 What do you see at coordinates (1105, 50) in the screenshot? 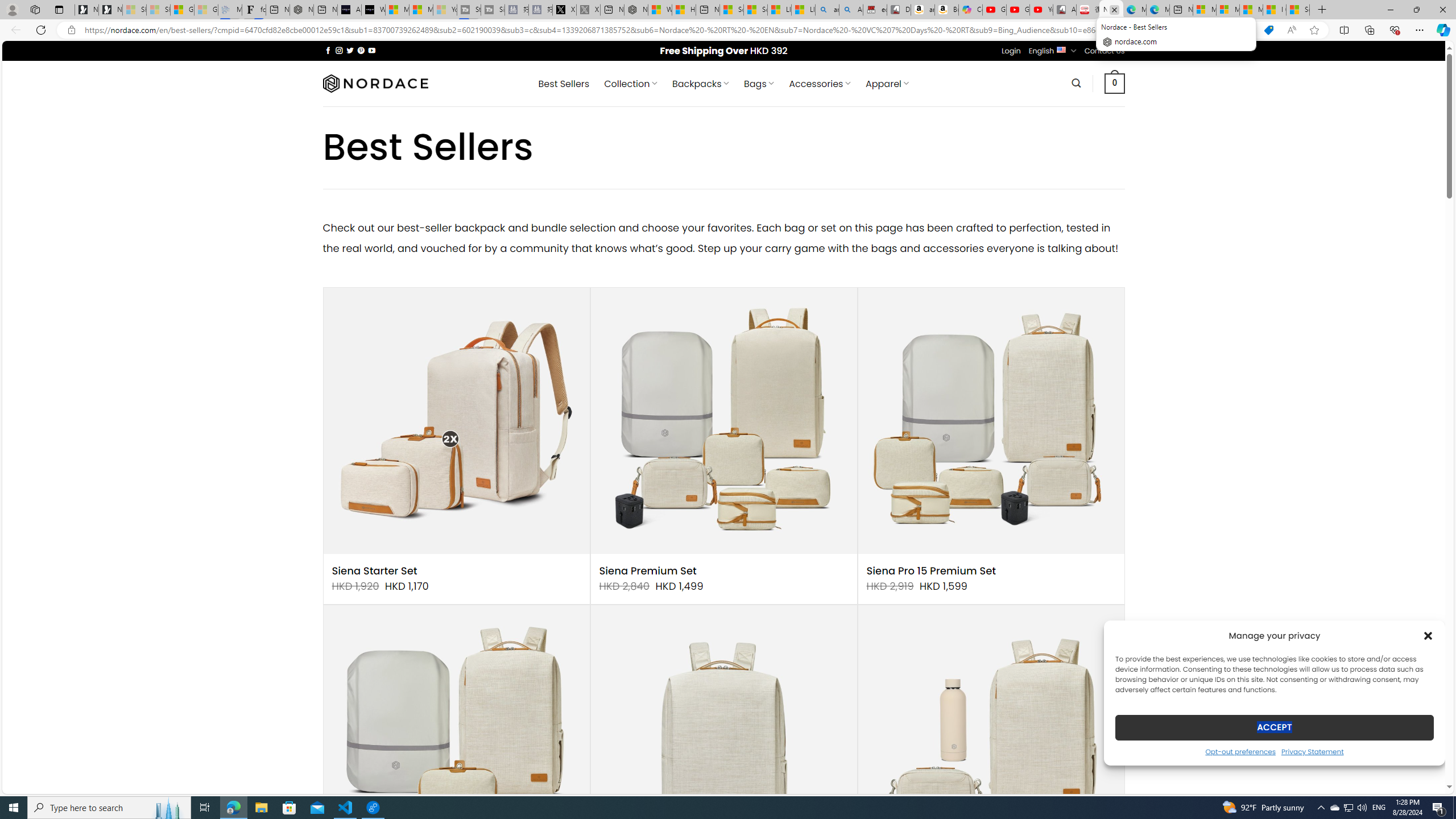
I see `'Contact Us'` at bounding box center [1105, 50].